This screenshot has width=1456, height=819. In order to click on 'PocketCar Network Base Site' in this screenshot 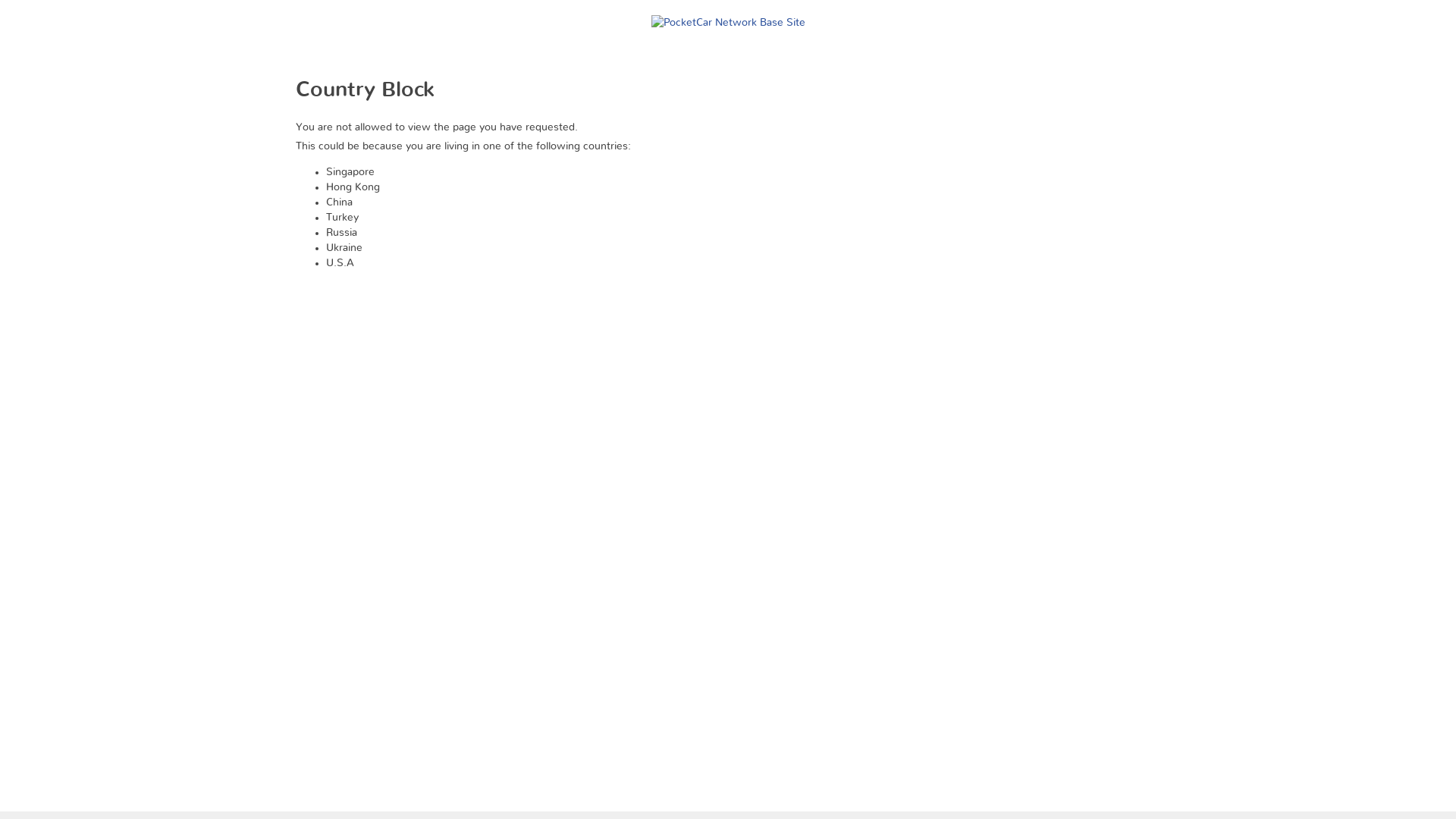, I will do `click(651, 14)`.